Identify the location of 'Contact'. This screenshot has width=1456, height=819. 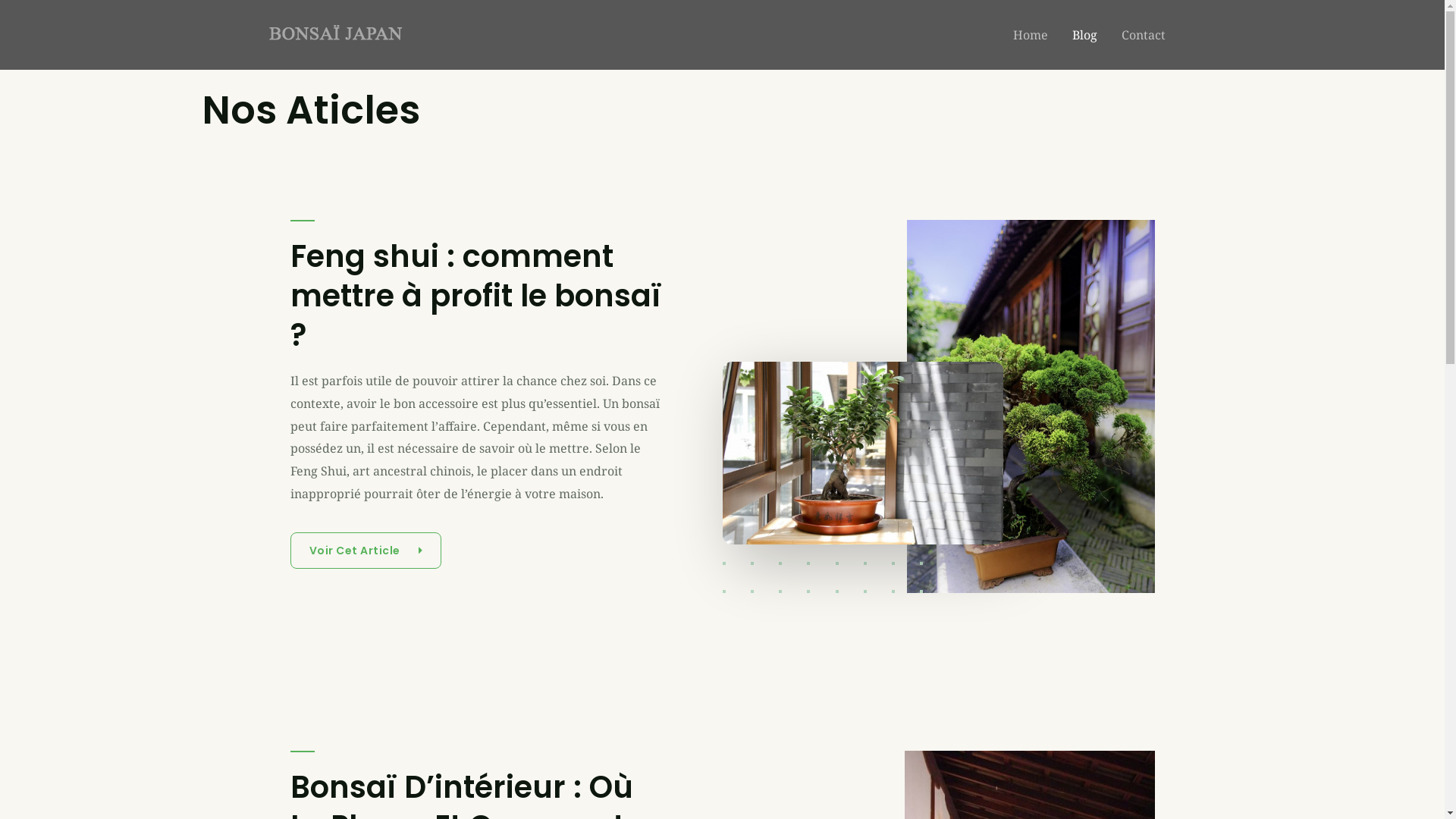
(1143, 34).